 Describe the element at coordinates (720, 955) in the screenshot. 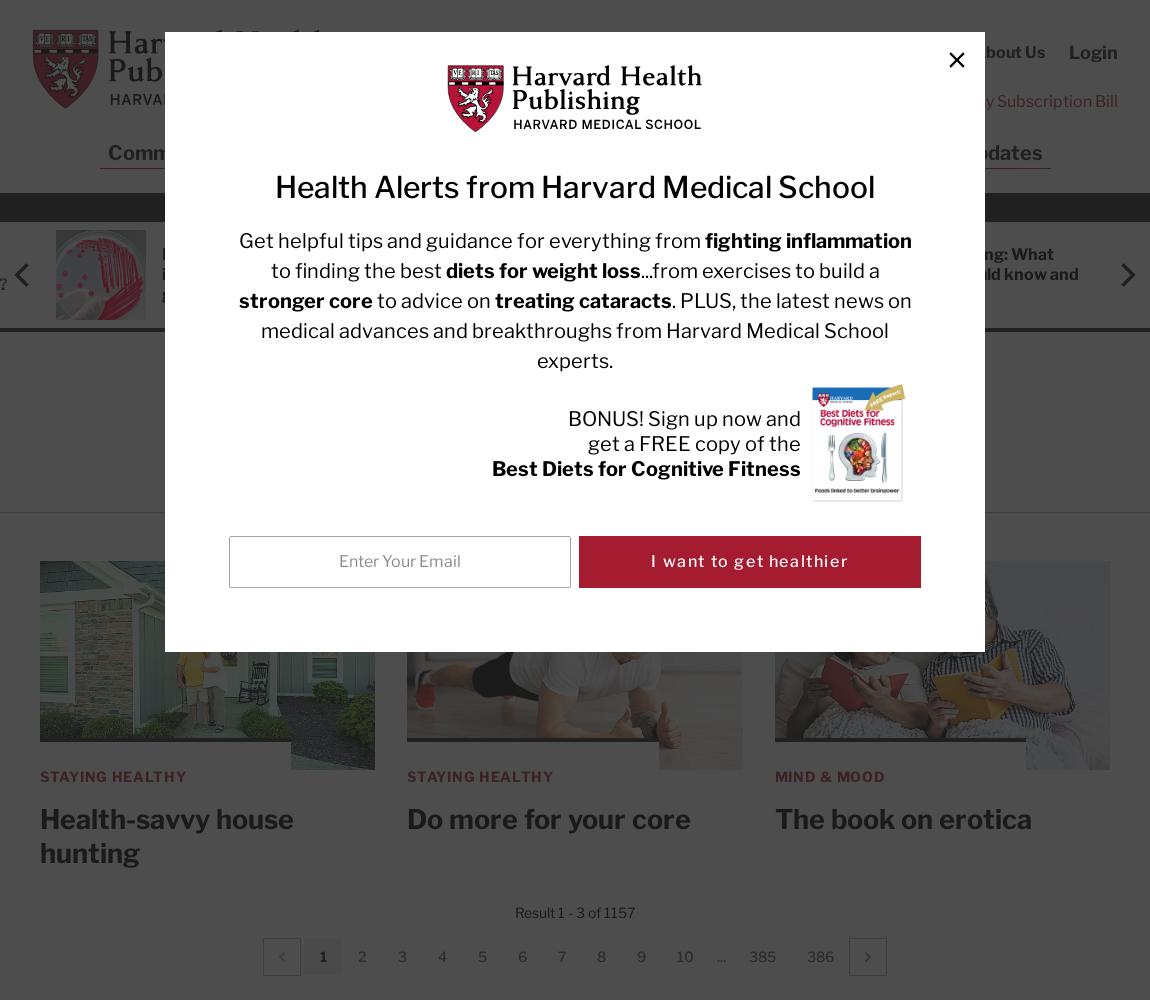

I see `'...'` at that location.